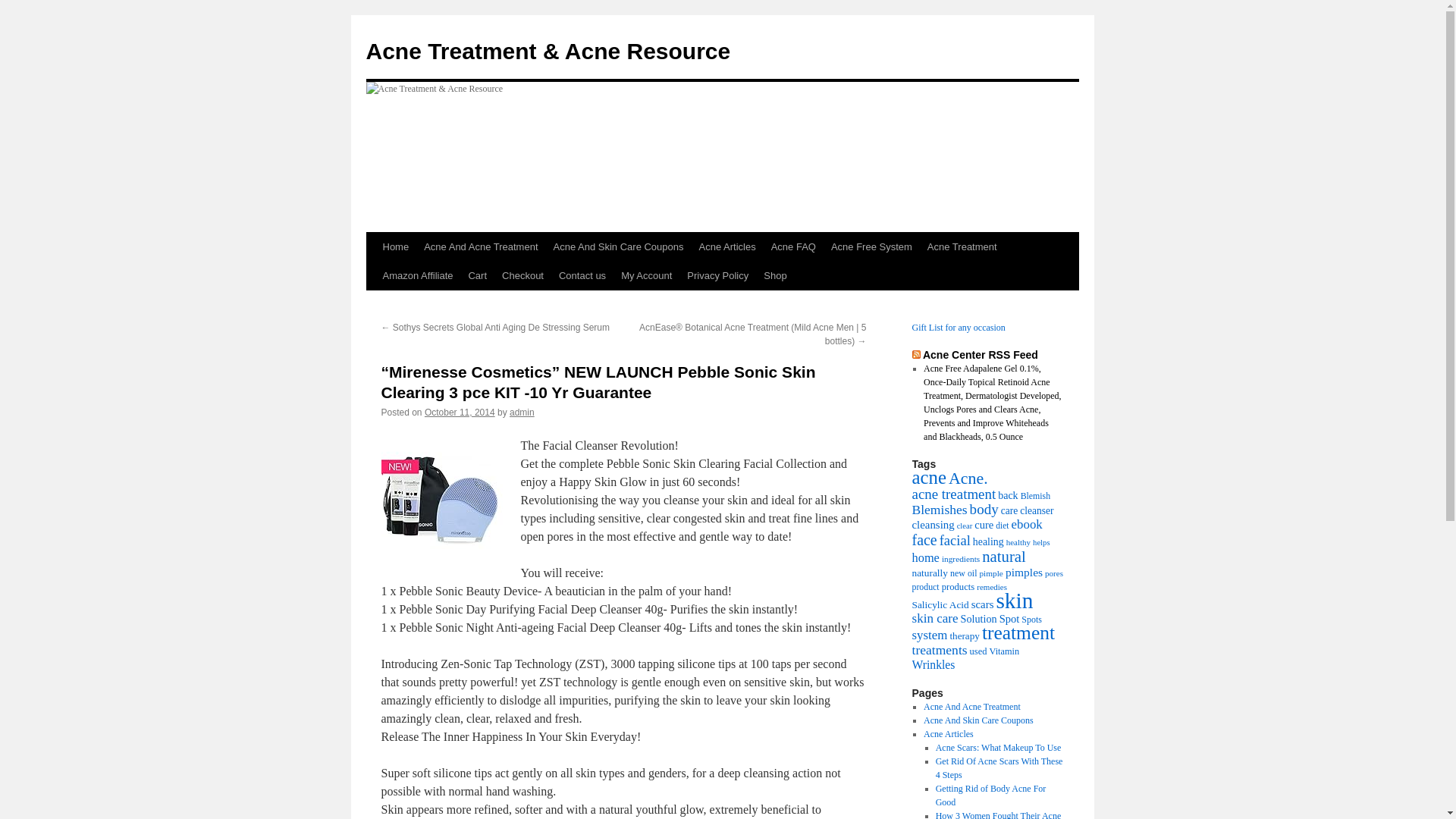 The height and width of the screenshot is (819, 1456). Describe the element at coordinates (923, 539) in the screenshot. I see `'face'` at that location.